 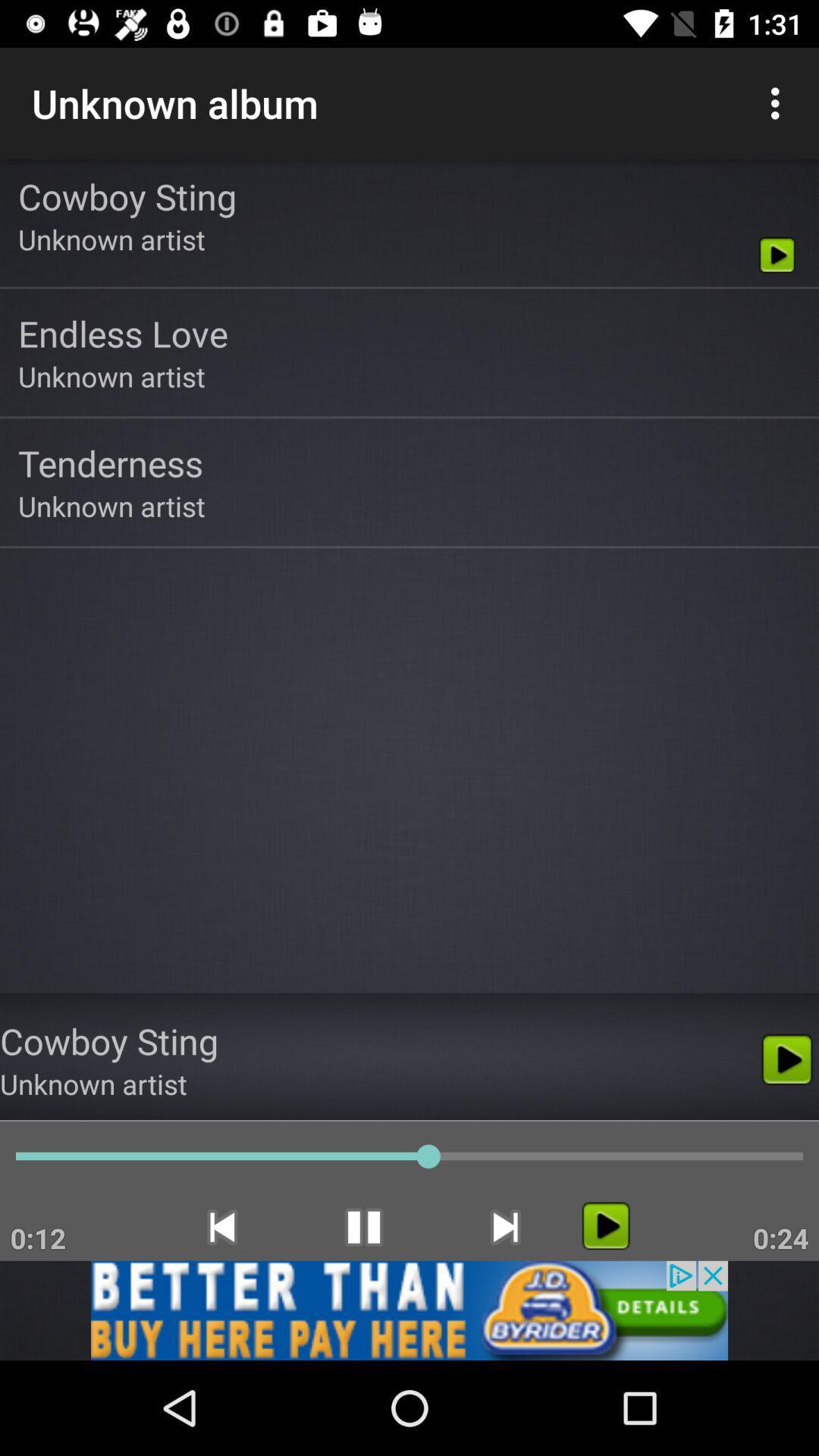 I want to click on the skip_next icon, so click(x=505, y=1227).